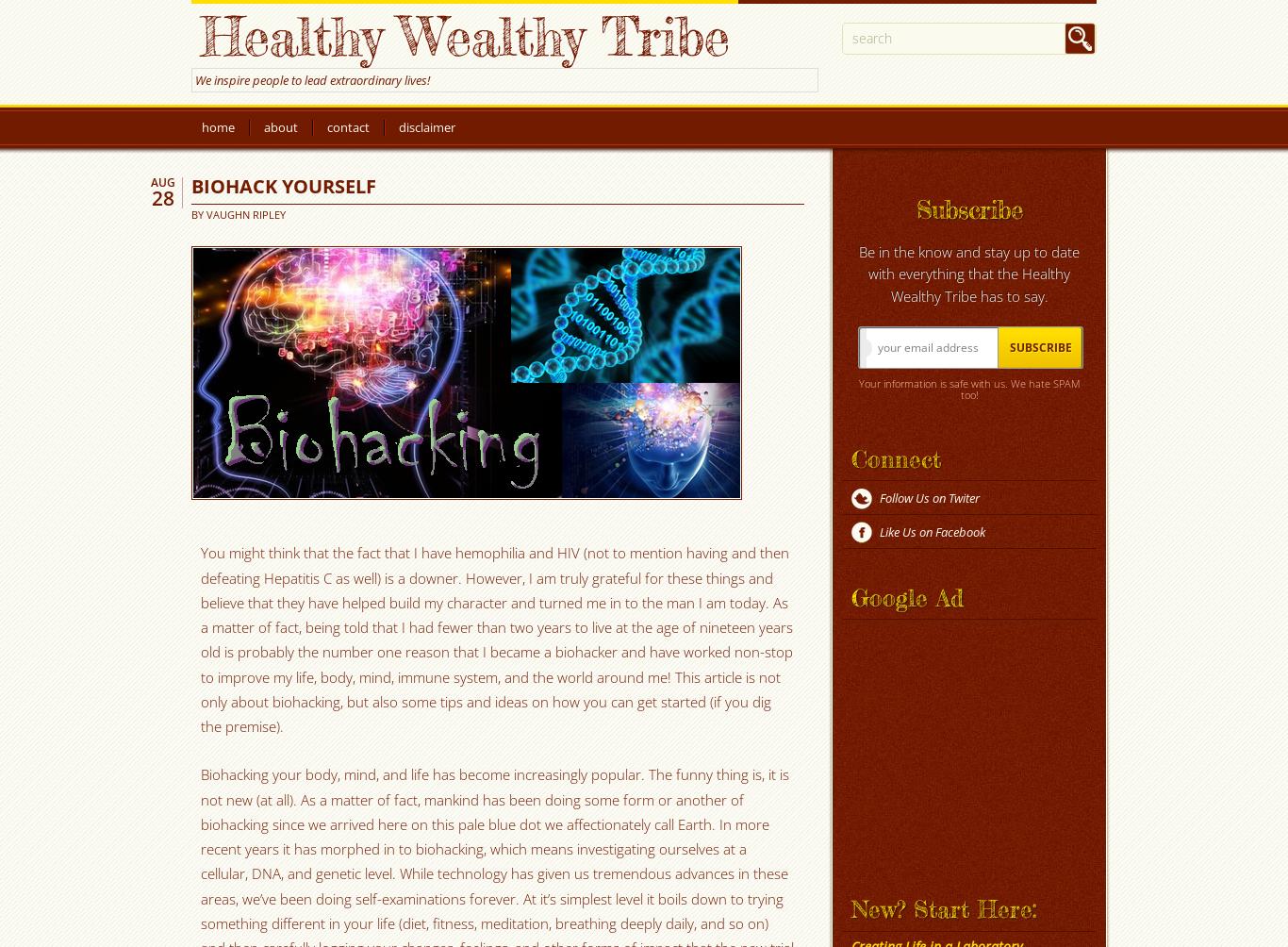 The width and height of the screenshot is (1288, 947). I want to click on '28', so click(161, 197).